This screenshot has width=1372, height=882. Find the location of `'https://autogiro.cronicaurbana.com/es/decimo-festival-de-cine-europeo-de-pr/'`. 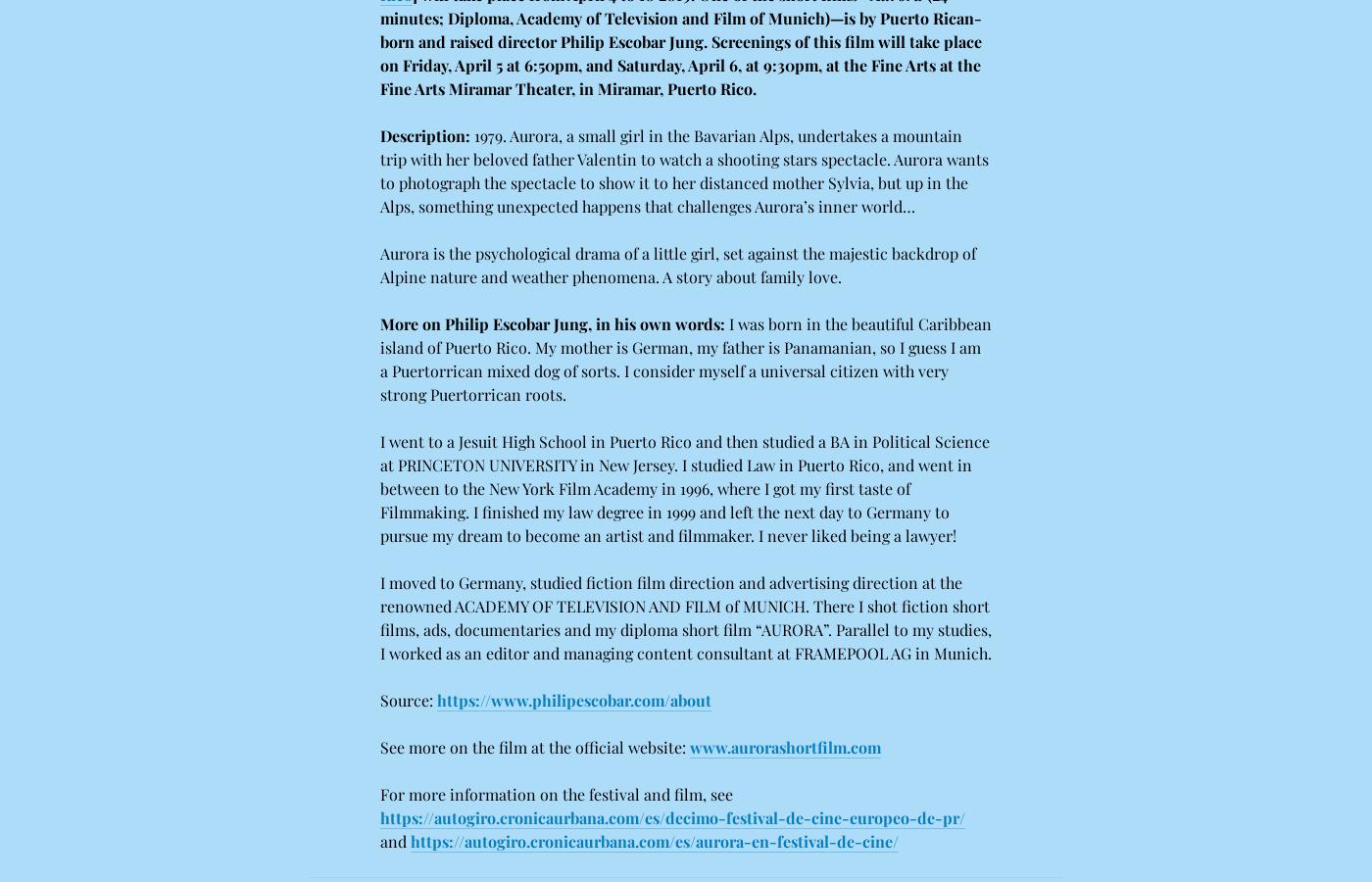

'https://autogiro.cronicaurbana.com/es/decimo-festival-de-cine-europeo-de-pr/' is located at coordinates (672, 817).